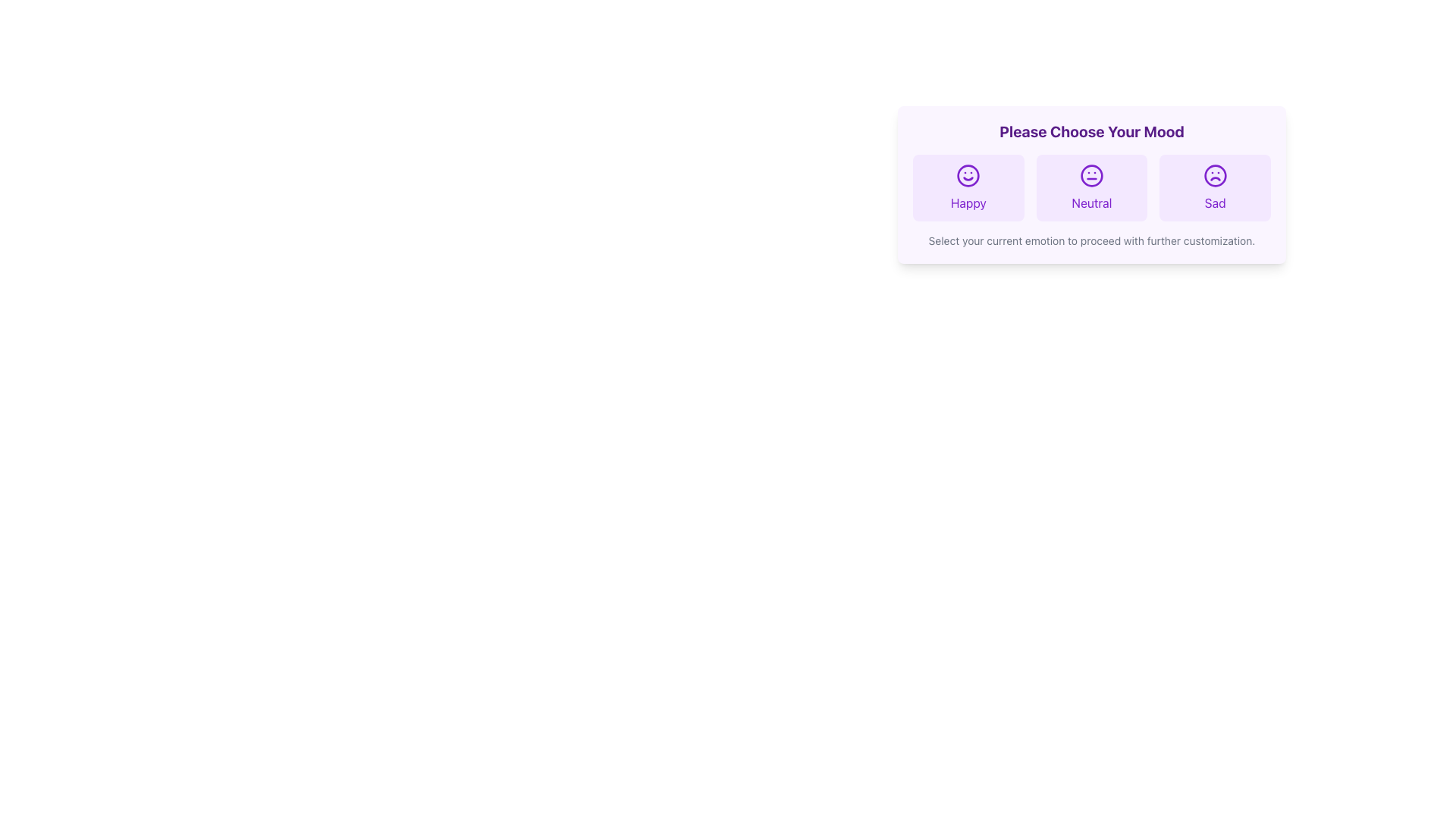 The image size is (1456, 819). Describe the element at coordinates (1092, 174) in the screenshot. I see `the neutral mood icon, which is the second icon among three mood icons (Happy, Neutral, Sad) displayed horizontally within a rounded rectangular card` at that location.